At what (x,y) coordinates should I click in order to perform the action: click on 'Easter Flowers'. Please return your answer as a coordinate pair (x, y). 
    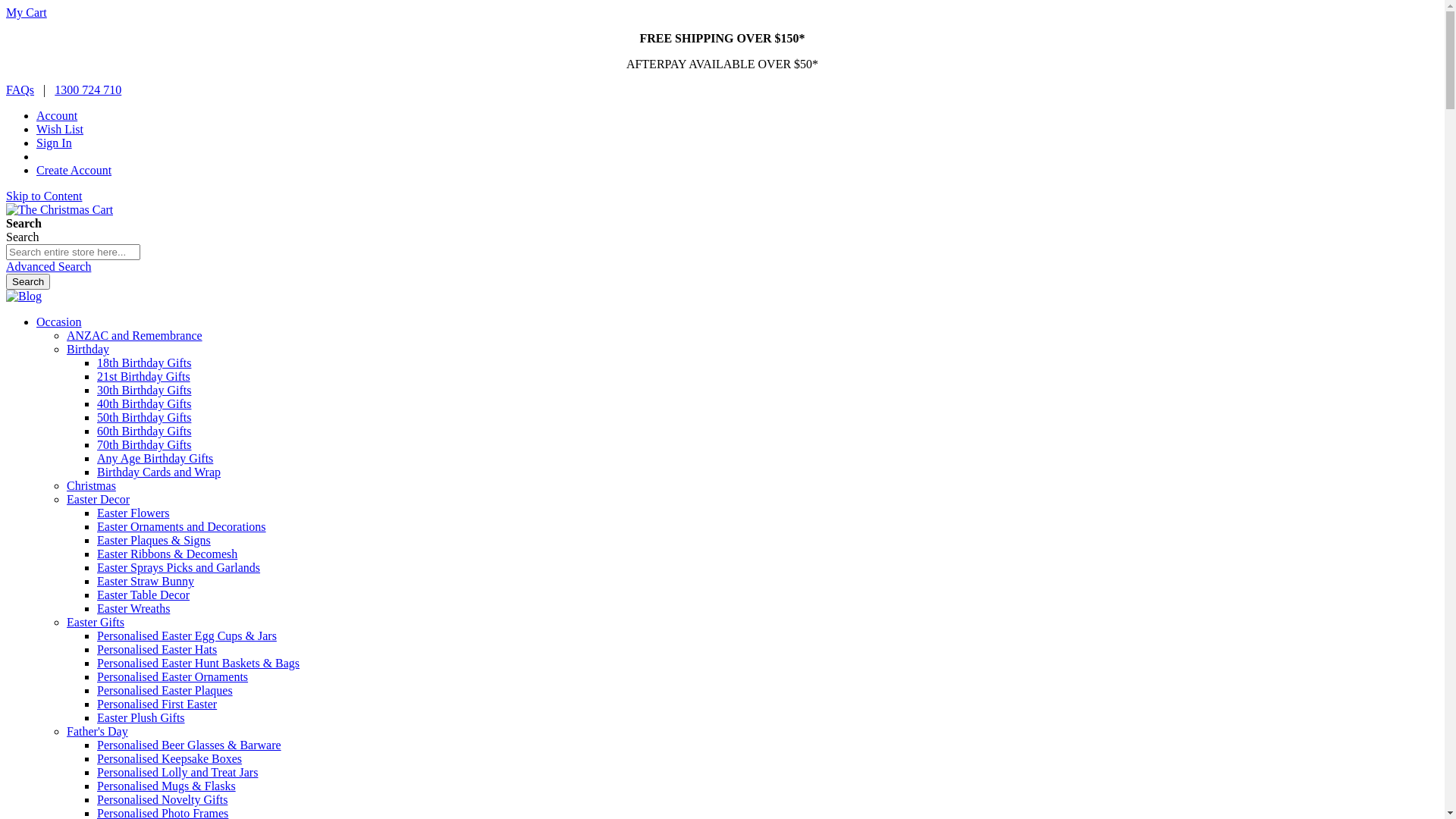
    Looking at the image, I should click on (96, 512).